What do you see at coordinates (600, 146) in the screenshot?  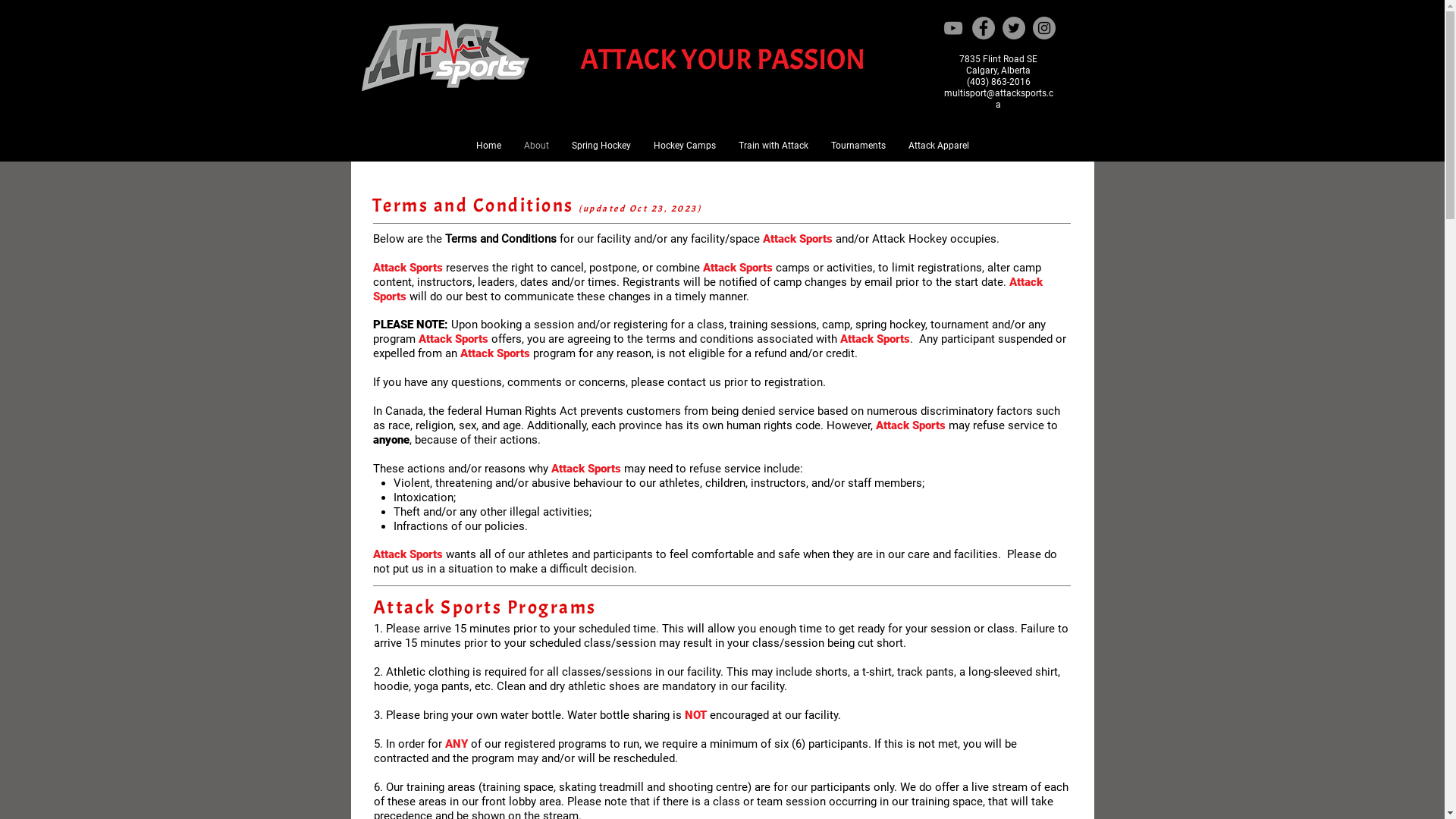 I see `'Spring Hockey'` at bounding box center [600, 146].